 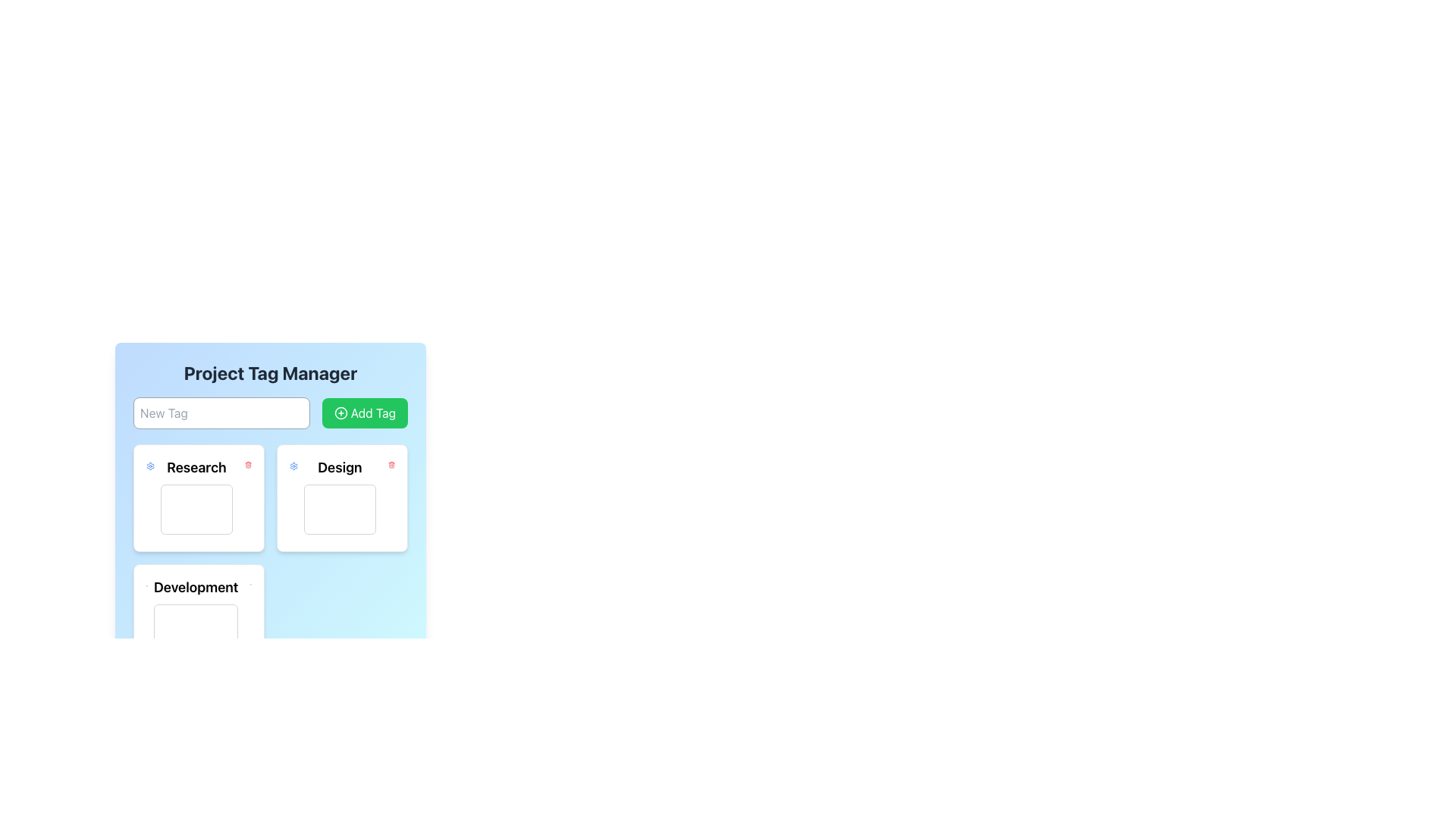 What do you see at coordinates (195, 587) in the screenshot?
I see `the prominent text label displaying 'Development', which is centrally located in the lower section of the interface` at bounding box center [195, 587].